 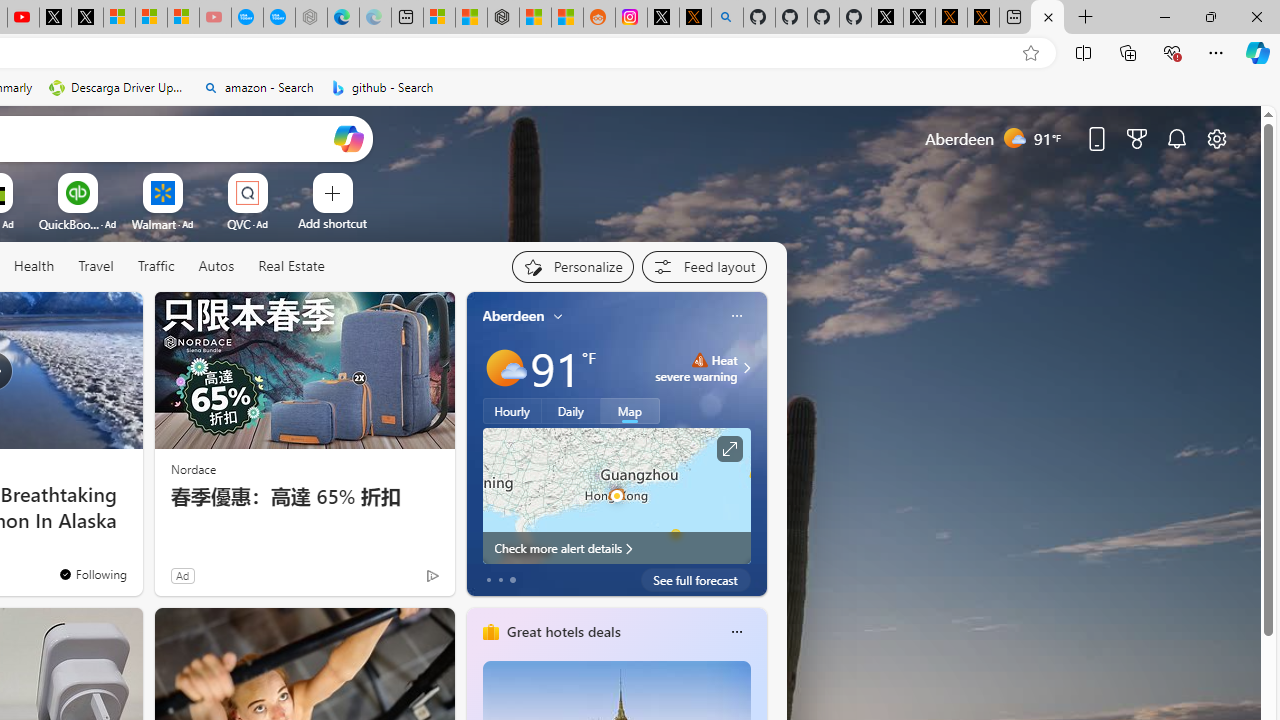 What do you see at coordinates (95, 266) in the screenshot?
I see `'Travel'` at bounding box center [95, 266].